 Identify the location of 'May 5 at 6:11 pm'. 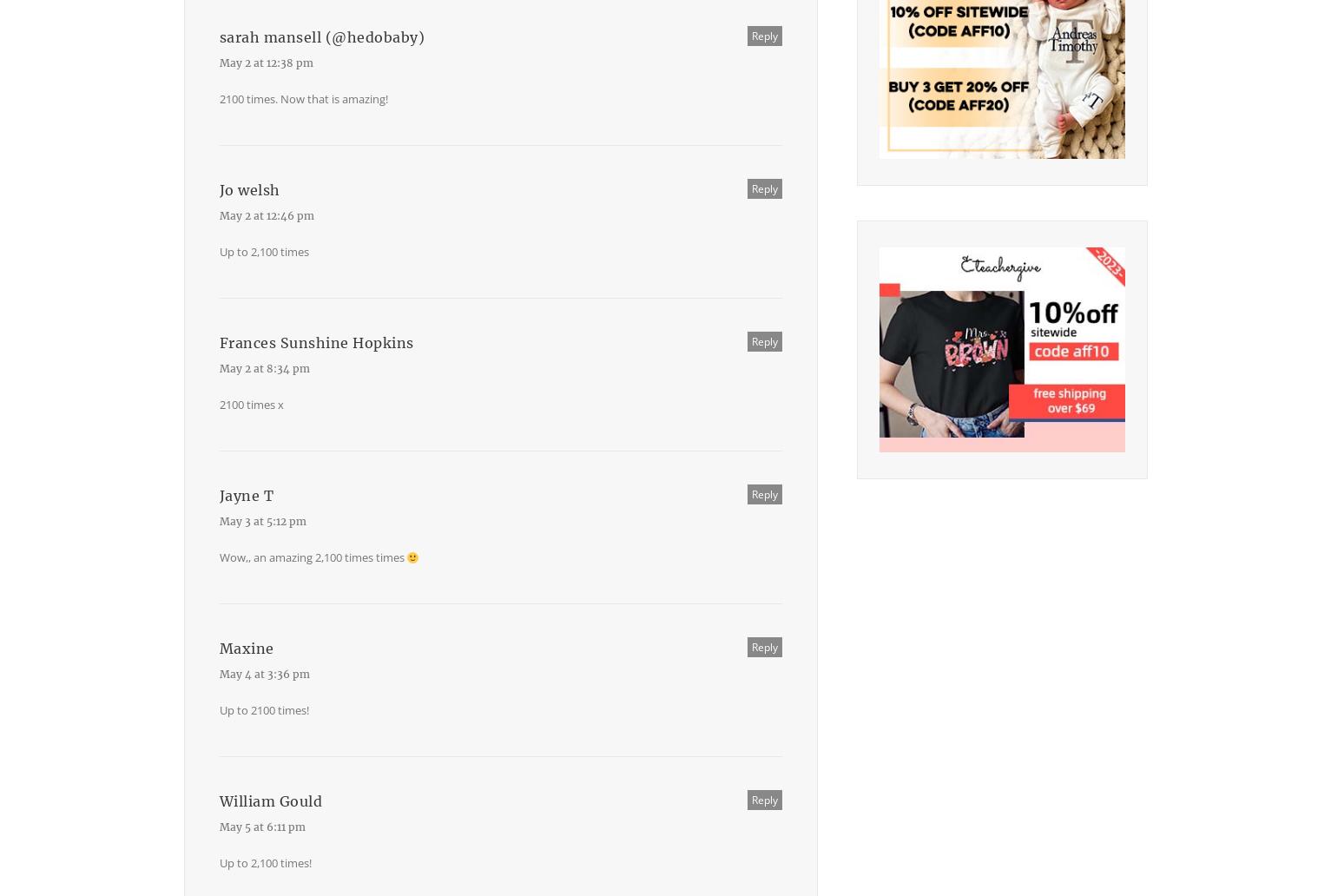
(261, 826).